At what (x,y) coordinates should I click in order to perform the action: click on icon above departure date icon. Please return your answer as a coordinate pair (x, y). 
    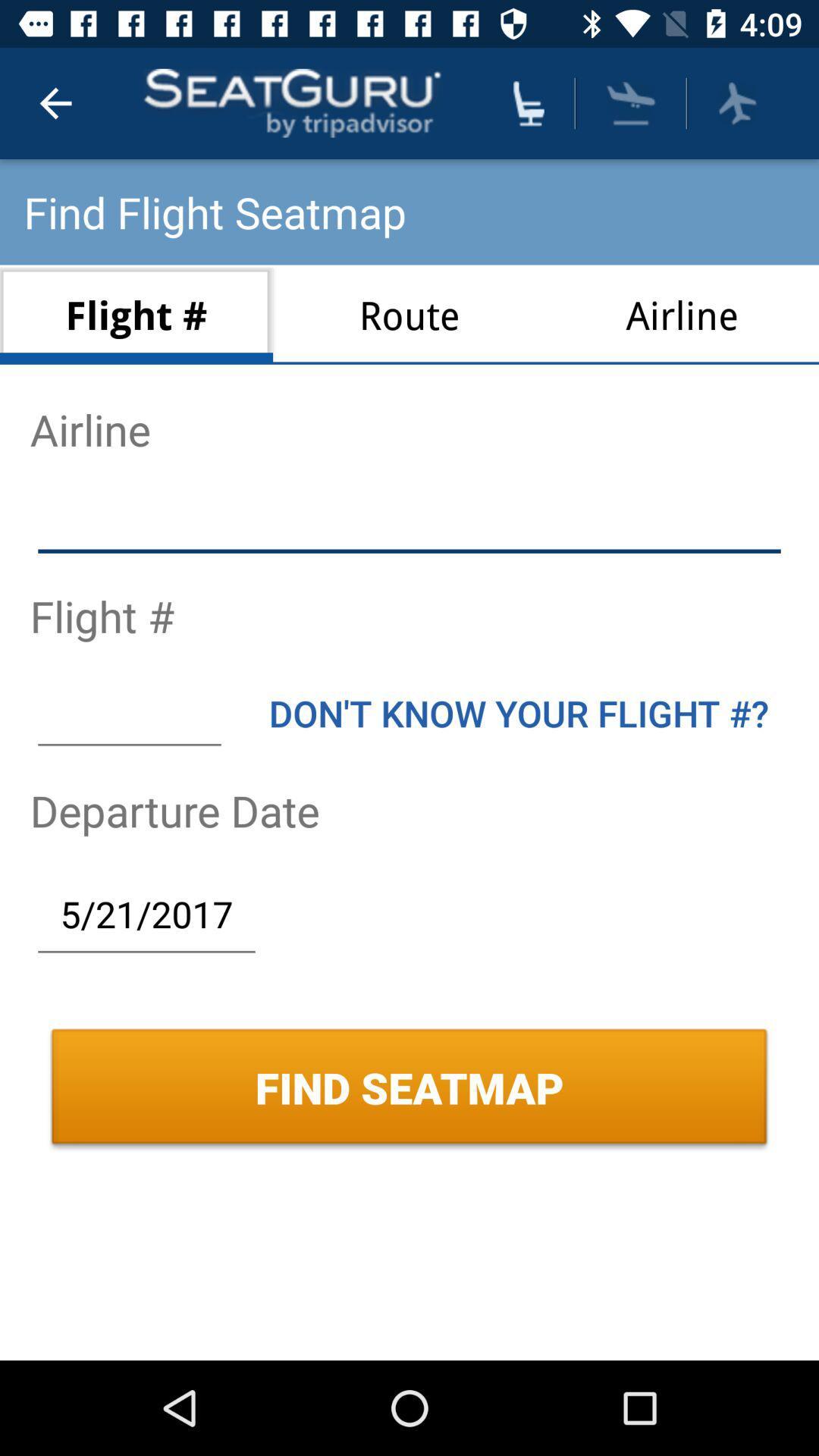
    Looking at the image, I should click on (518, 712).